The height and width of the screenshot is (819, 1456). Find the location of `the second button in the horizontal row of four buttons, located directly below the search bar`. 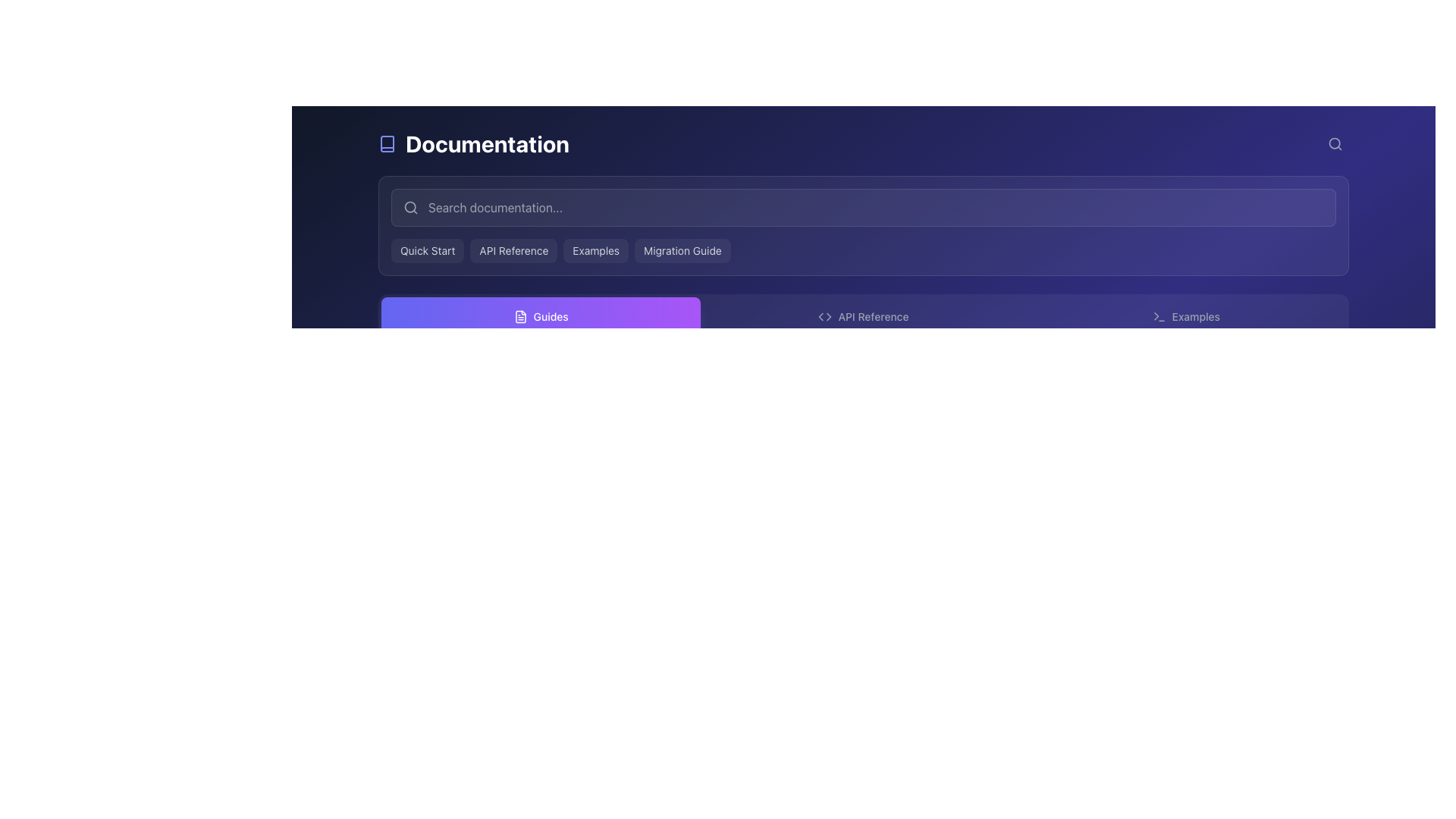

the second button in the horizontal row of four buttons, located directly below the search bar is located at coordinates (513, 250).